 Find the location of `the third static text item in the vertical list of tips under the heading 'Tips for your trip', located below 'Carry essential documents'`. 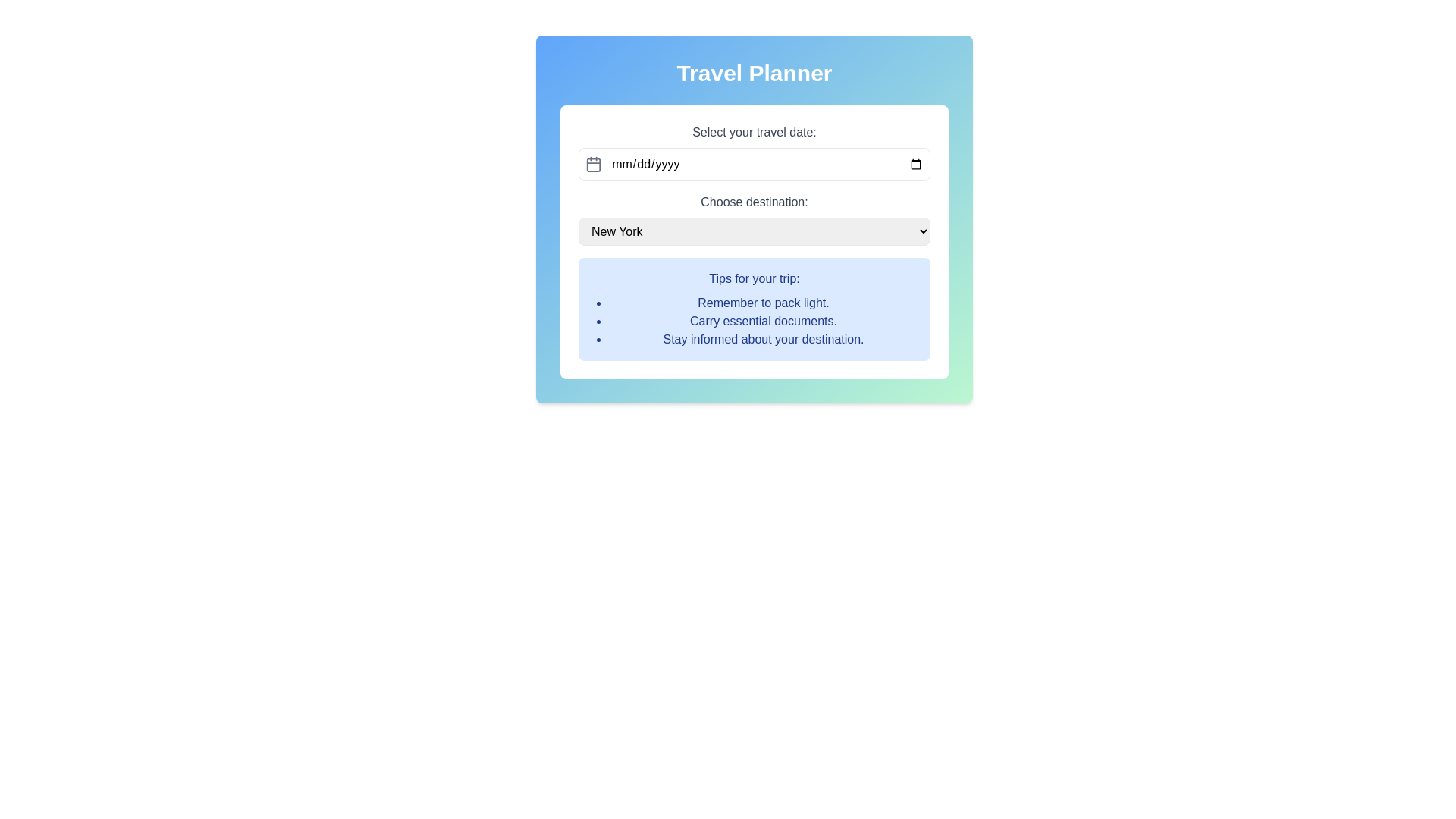

the third static text item in the vertical list of tips under the heading 'Tips for your trip', located below 'Carry essential documents' is located at coordinates (764, 338).